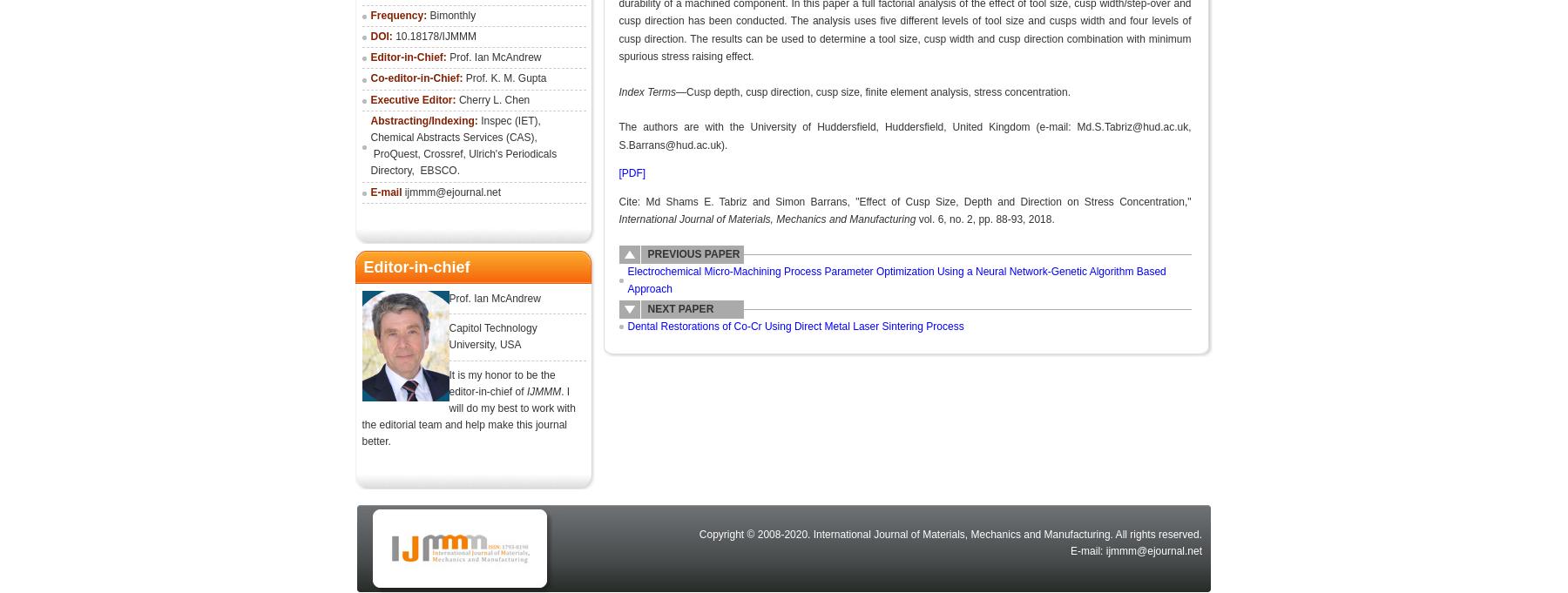 Image resolution: width=1568 pixels, height=593 pixels. Describe the element at coordinates (617, 172) in the screenshot. I see `'[PDF]'` at that location.